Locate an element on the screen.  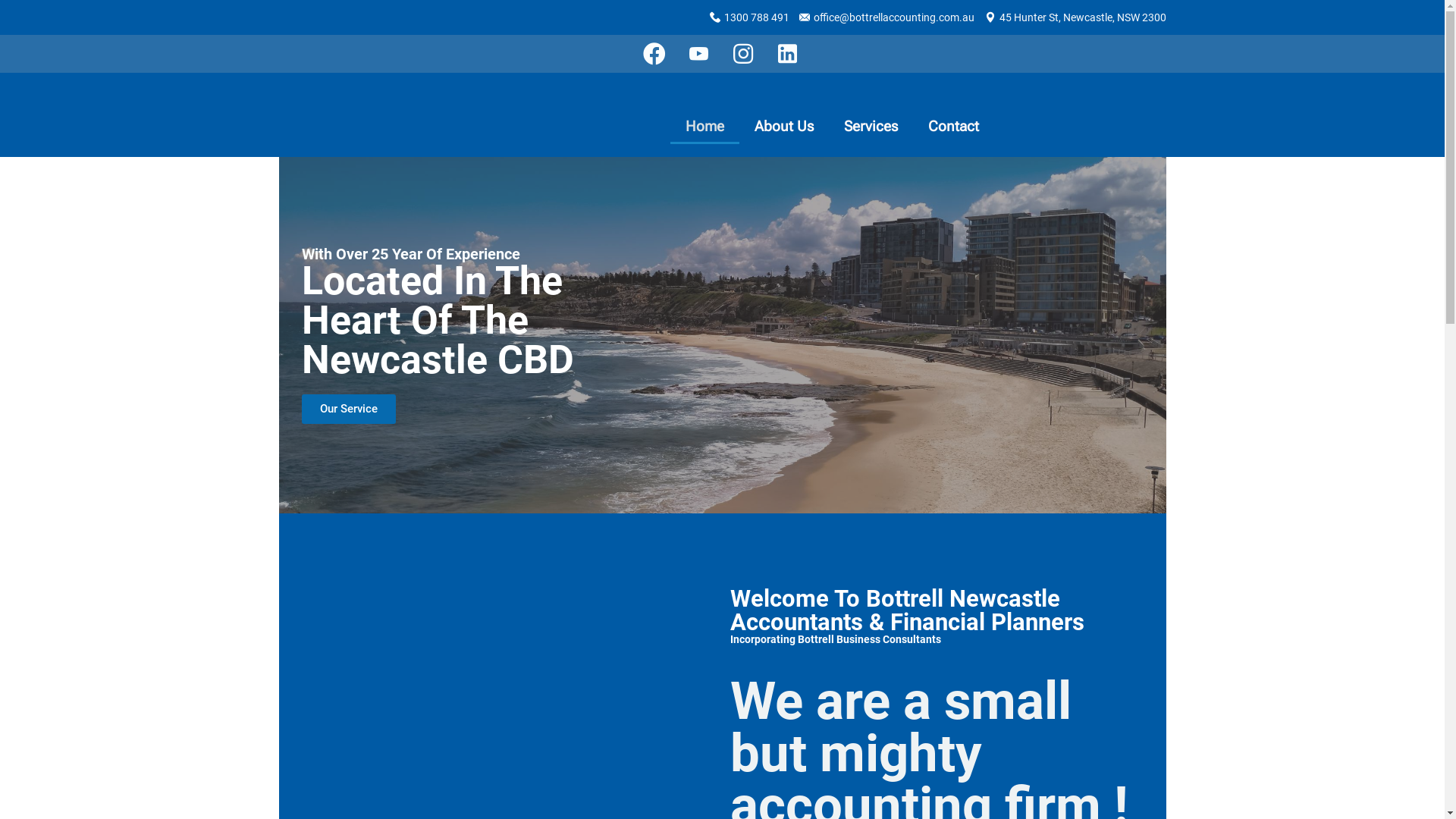
'Services' is located at coordinates (828, 125).